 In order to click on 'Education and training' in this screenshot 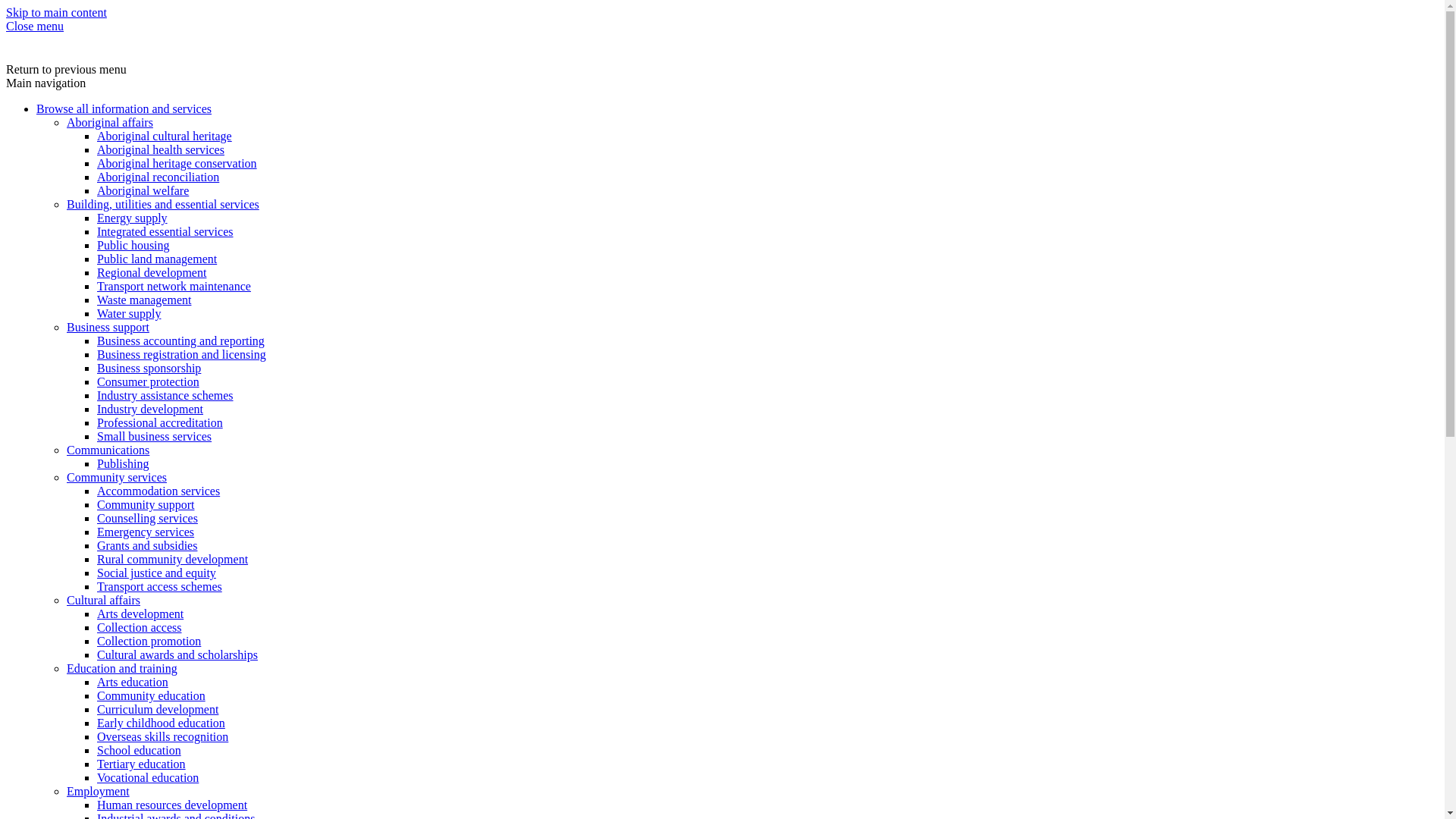, I will do `click(122, 667)`.